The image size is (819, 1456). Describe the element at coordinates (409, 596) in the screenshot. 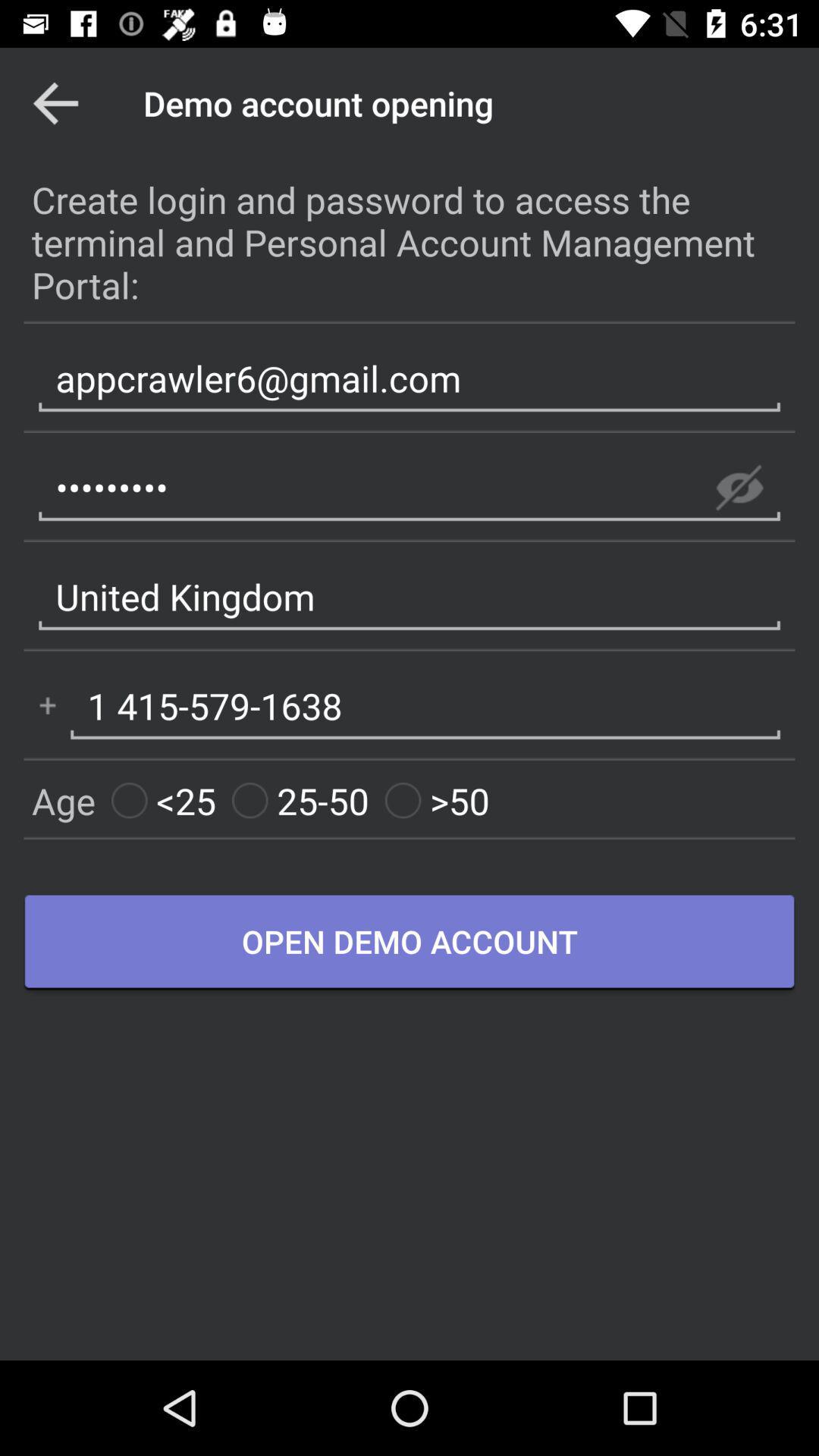

I see `the icon below crowd3116 item` at that location.